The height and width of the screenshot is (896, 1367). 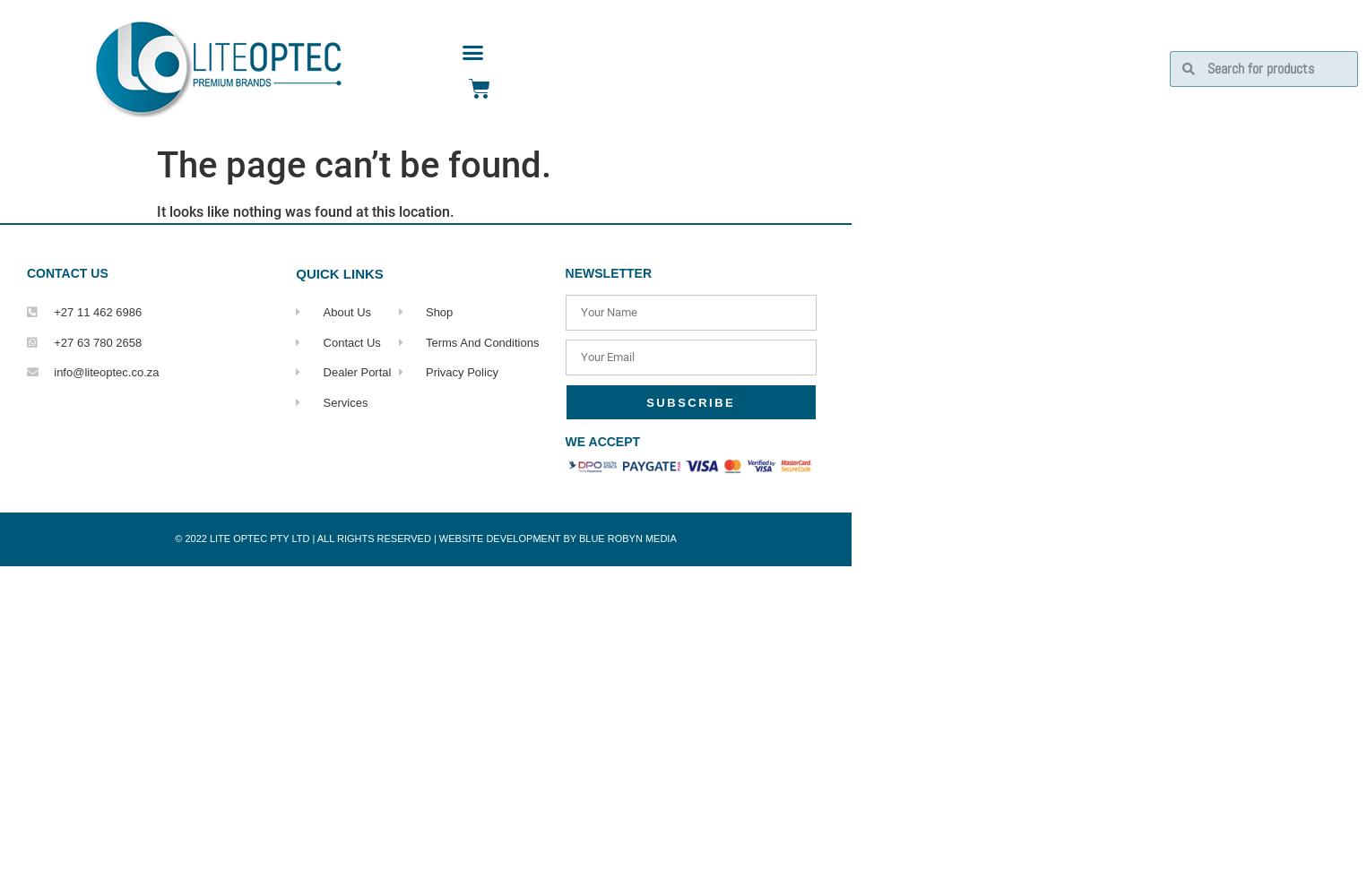 I want to click on 'The page can’t be found.', so click(x=352, y=165).